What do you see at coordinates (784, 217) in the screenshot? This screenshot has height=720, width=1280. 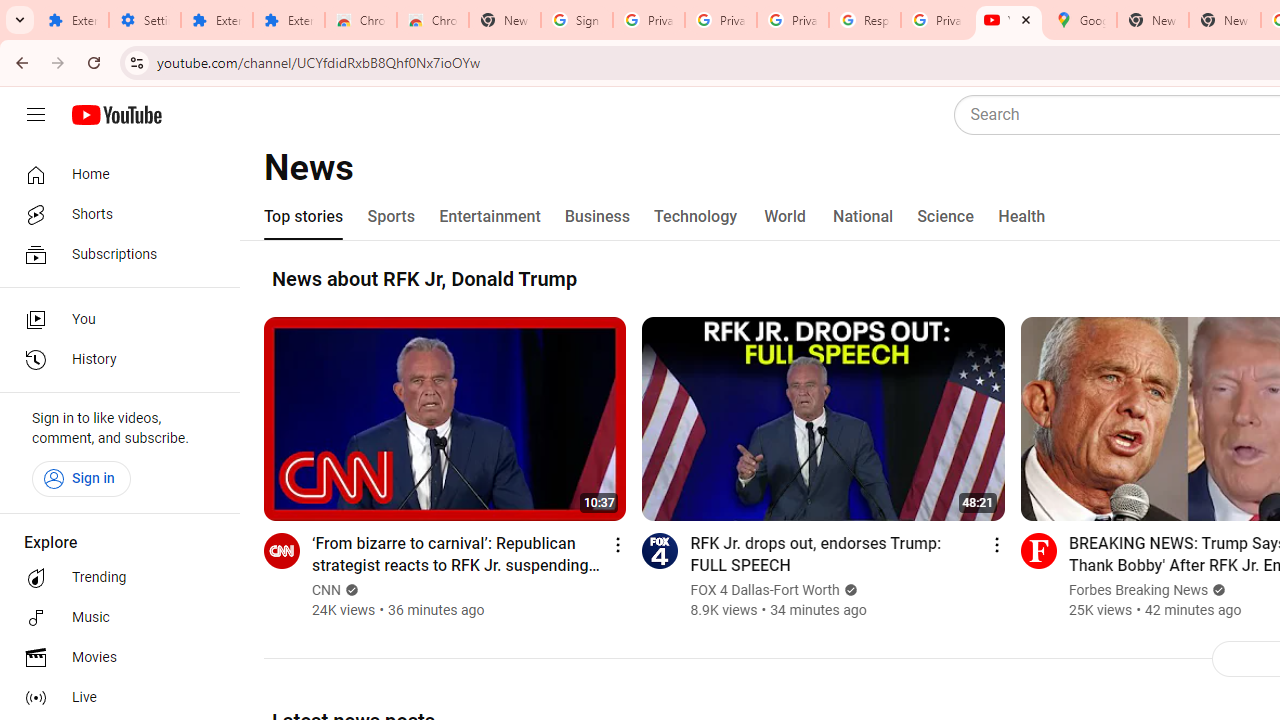 I see `'World'` at bounding box center [784, 217].